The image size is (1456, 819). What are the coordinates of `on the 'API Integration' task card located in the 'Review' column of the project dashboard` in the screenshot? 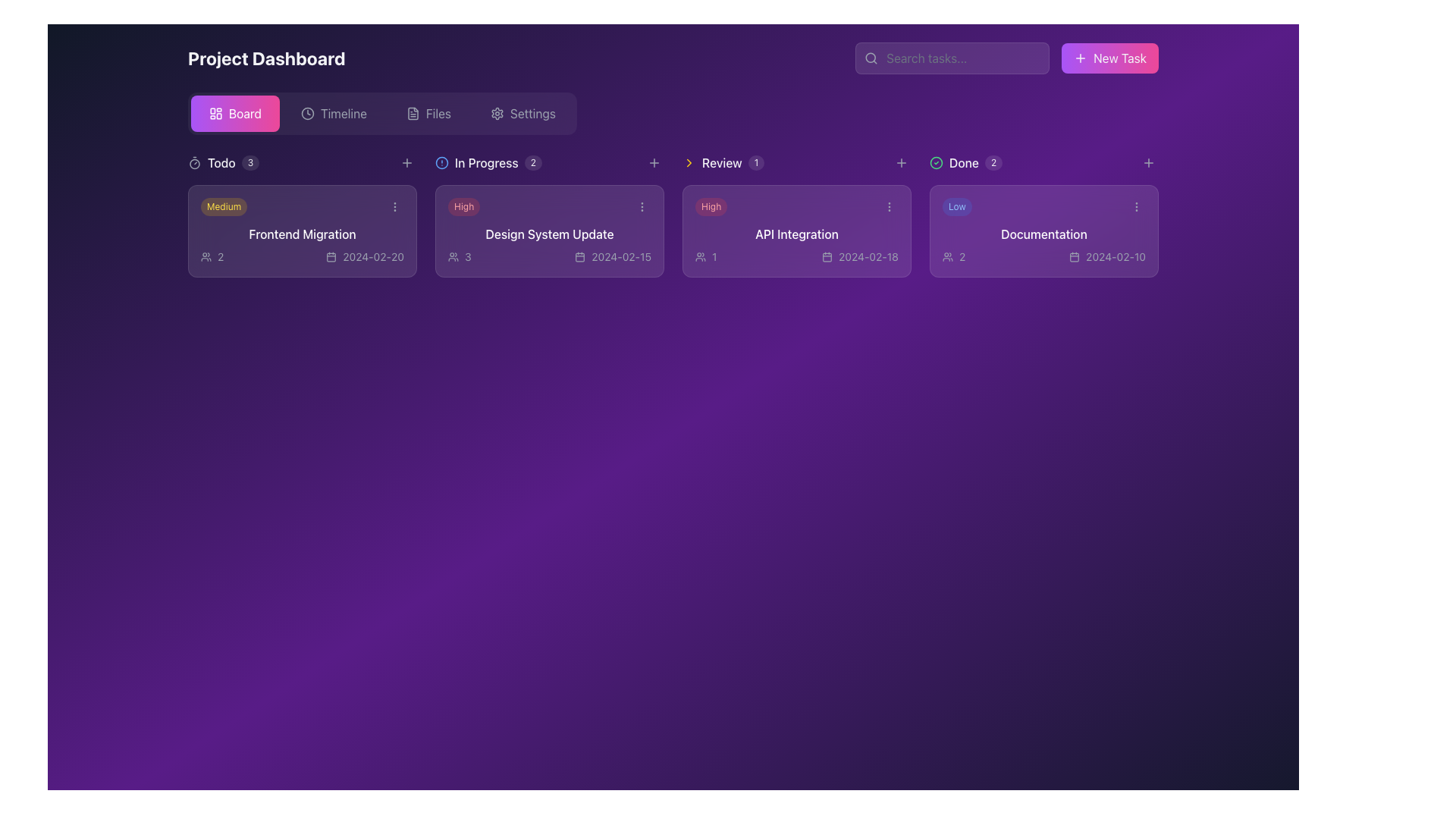 It's located at (796, 231).